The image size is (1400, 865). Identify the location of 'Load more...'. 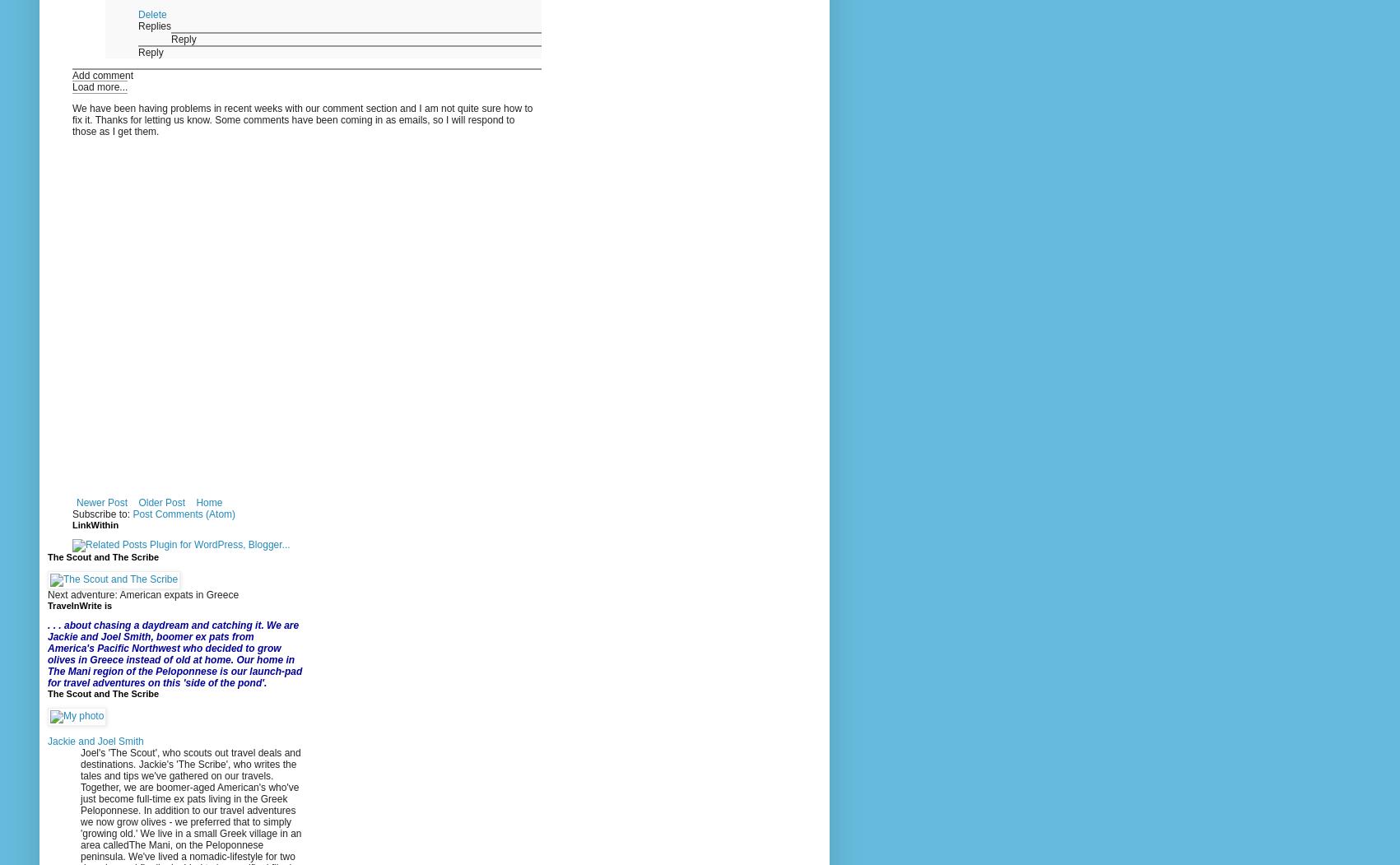
(100, 87).